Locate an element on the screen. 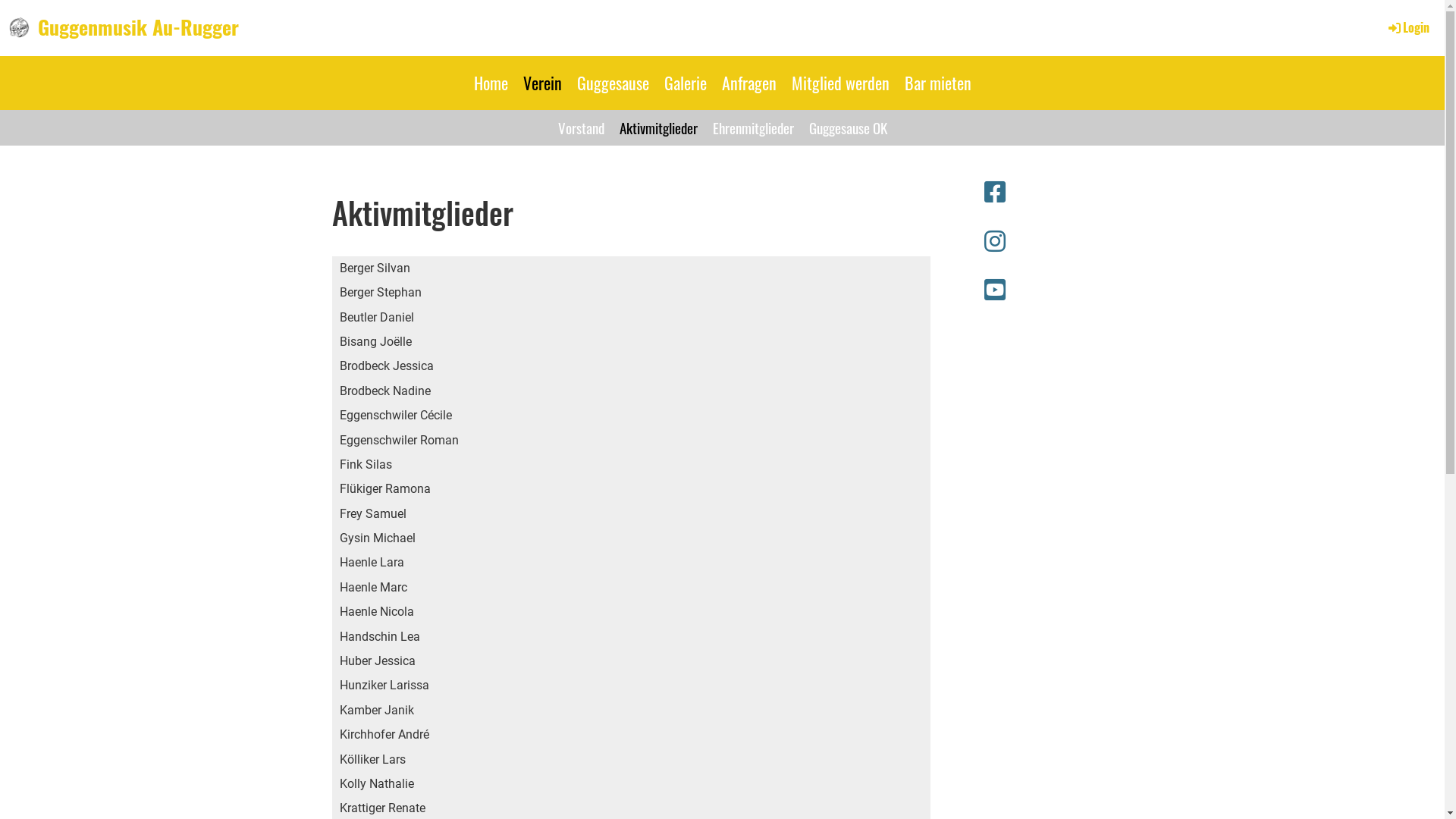 The width and height of the screenshot is (1456, 819). 'Haenle Lara' is located at coordinates (331, 562).